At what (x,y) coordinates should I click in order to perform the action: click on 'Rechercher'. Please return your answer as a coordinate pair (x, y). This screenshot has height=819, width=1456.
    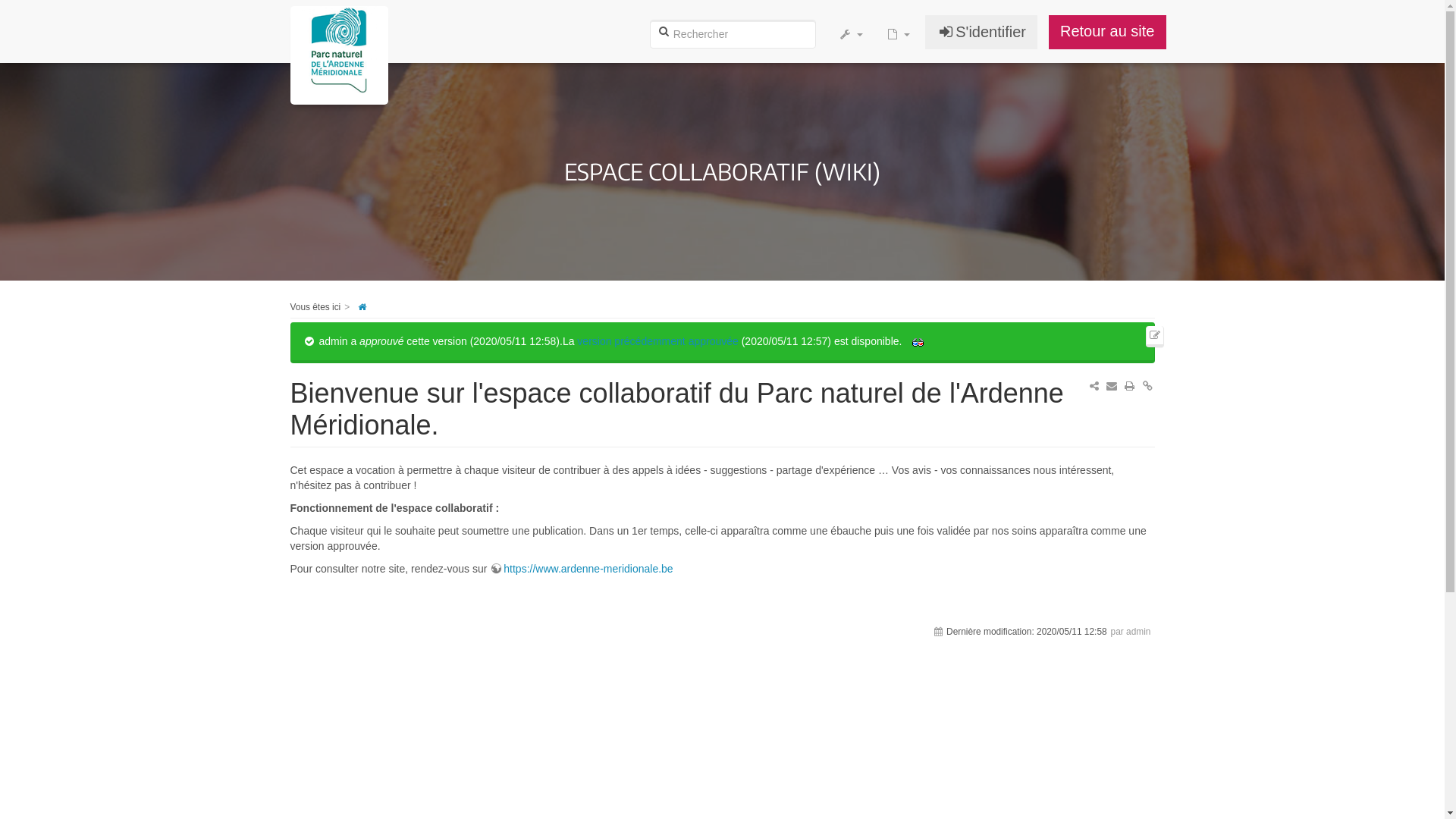
    Looking at the image, I should click on (654, 31).